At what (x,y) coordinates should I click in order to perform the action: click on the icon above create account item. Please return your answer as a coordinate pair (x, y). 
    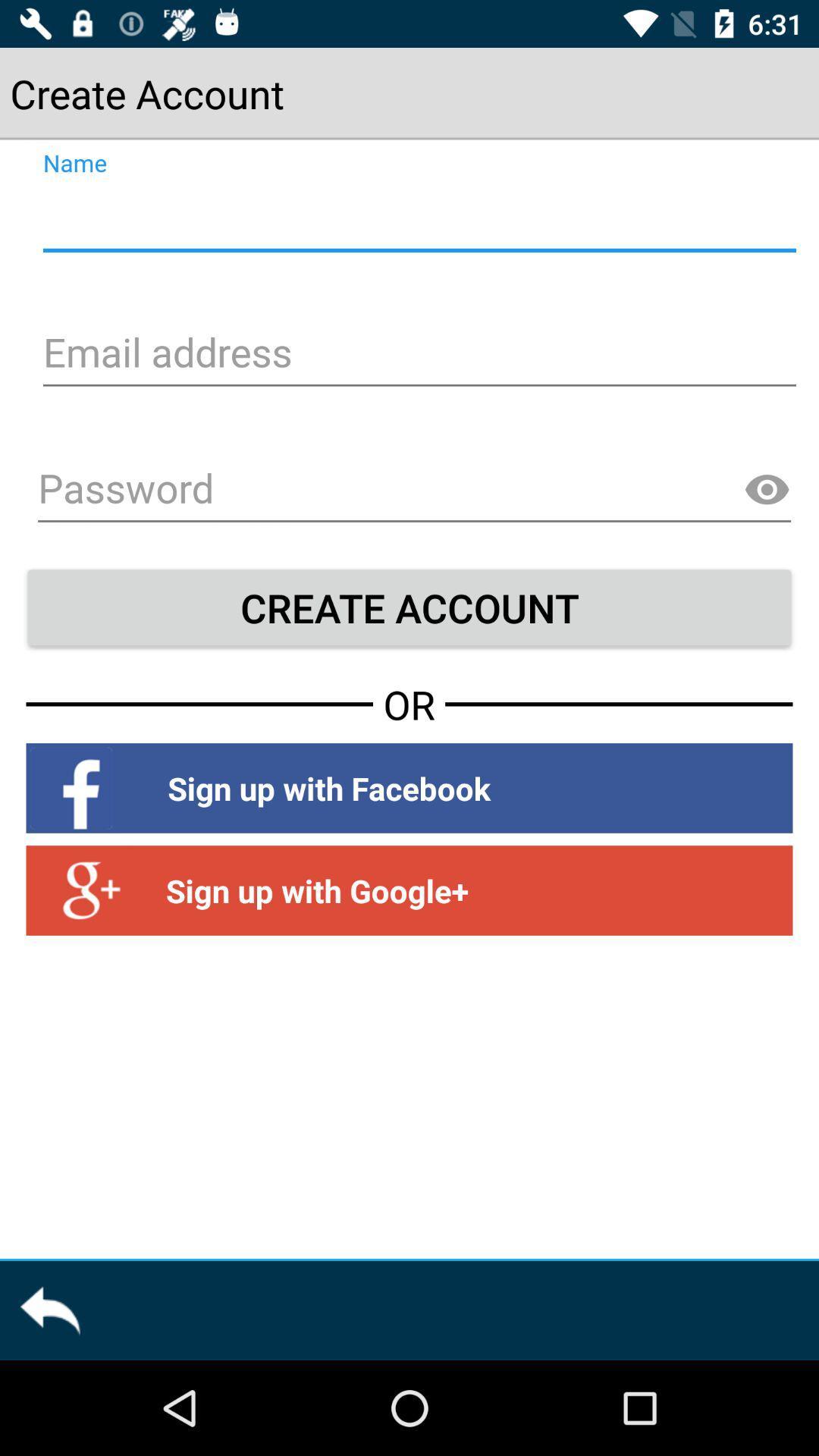
    Looking at the image, I should click on (414, 491).